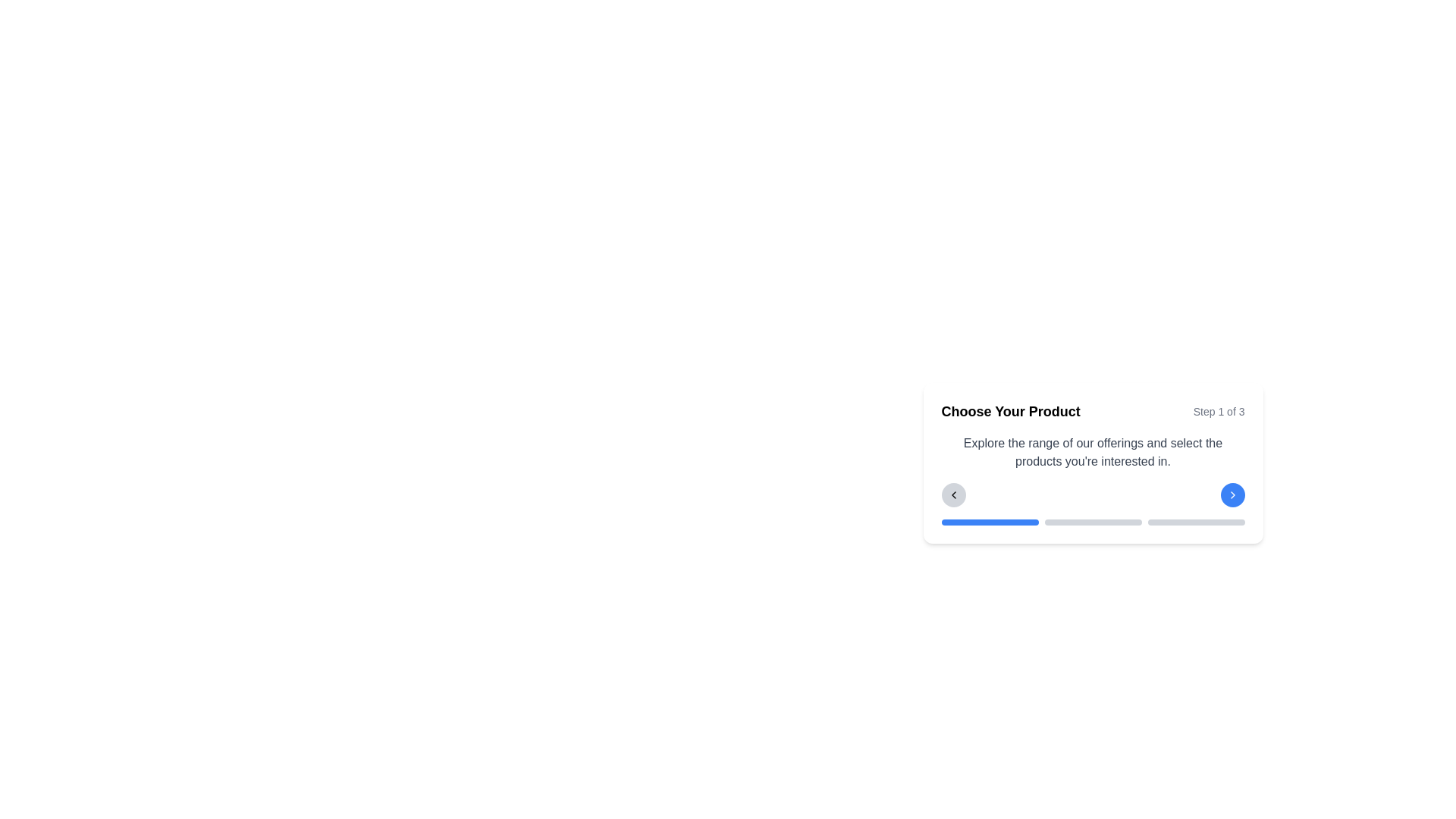 The height and width of the screenshot is (819, 1456). Describe the element at coordinates (1093, 522) in the screenshot. I see `the Progress indicator (inactive step) located in the middle of a three-bar sequence below the 'Choose Your Product' header` at that location.